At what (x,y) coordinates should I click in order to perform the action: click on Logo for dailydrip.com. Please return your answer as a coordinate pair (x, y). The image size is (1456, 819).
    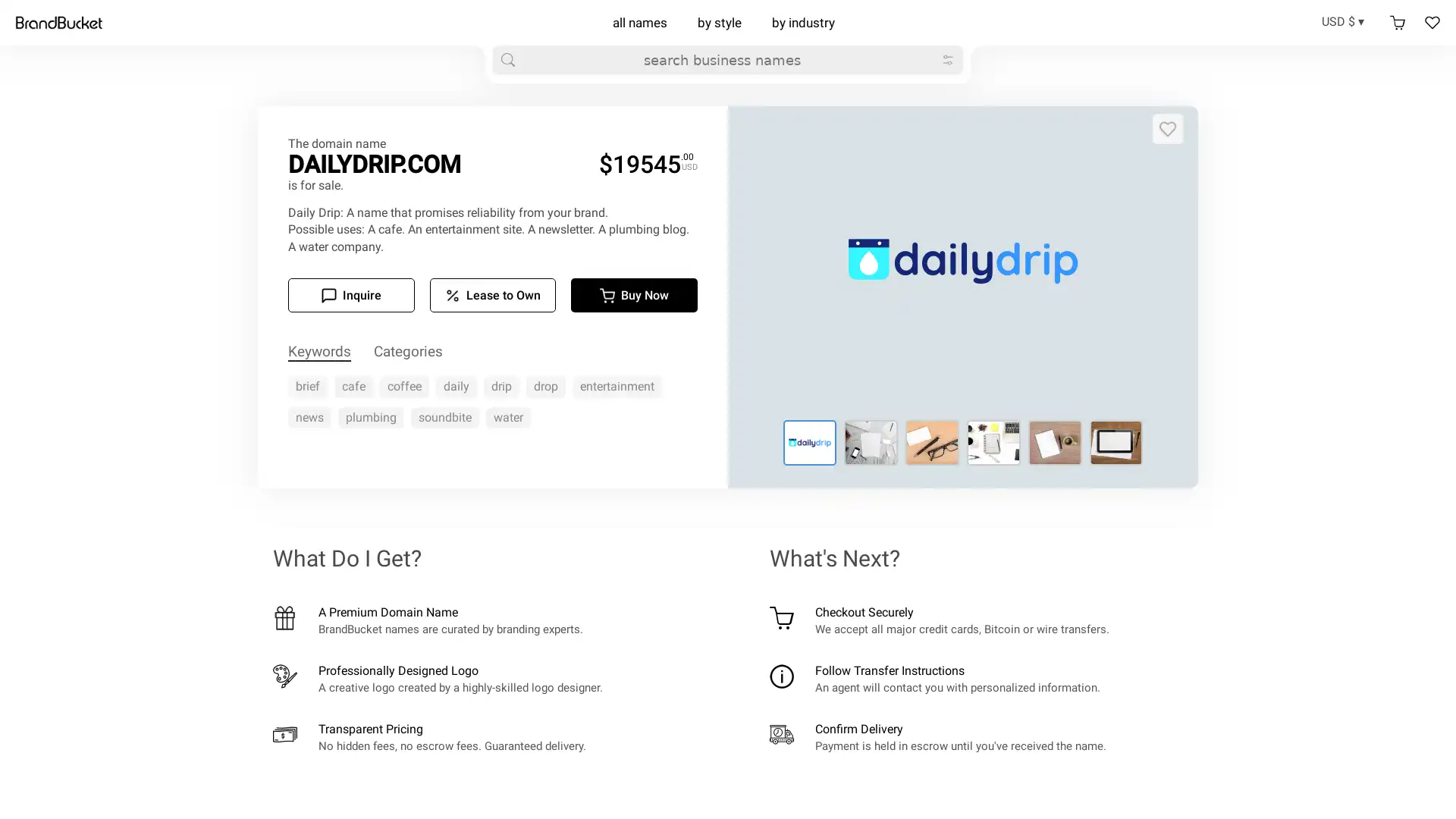
    Looking at the image, I should click on (931, 442).